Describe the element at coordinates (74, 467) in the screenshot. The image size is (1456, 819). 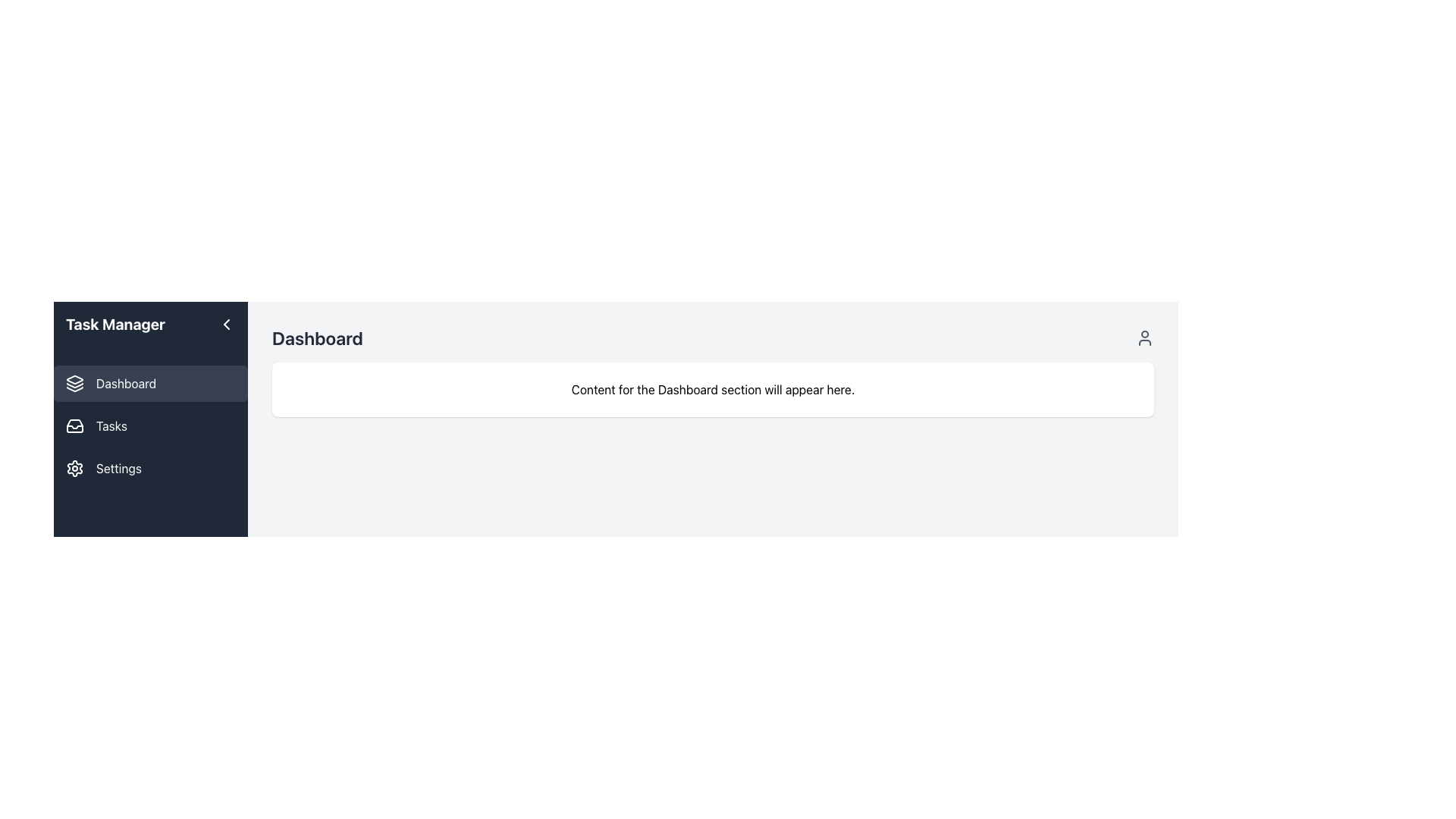
I see `the 'Settings' icon located in the left sidebar menu, which serves as a visual indicator for the 'Settings' menu option` at that location.